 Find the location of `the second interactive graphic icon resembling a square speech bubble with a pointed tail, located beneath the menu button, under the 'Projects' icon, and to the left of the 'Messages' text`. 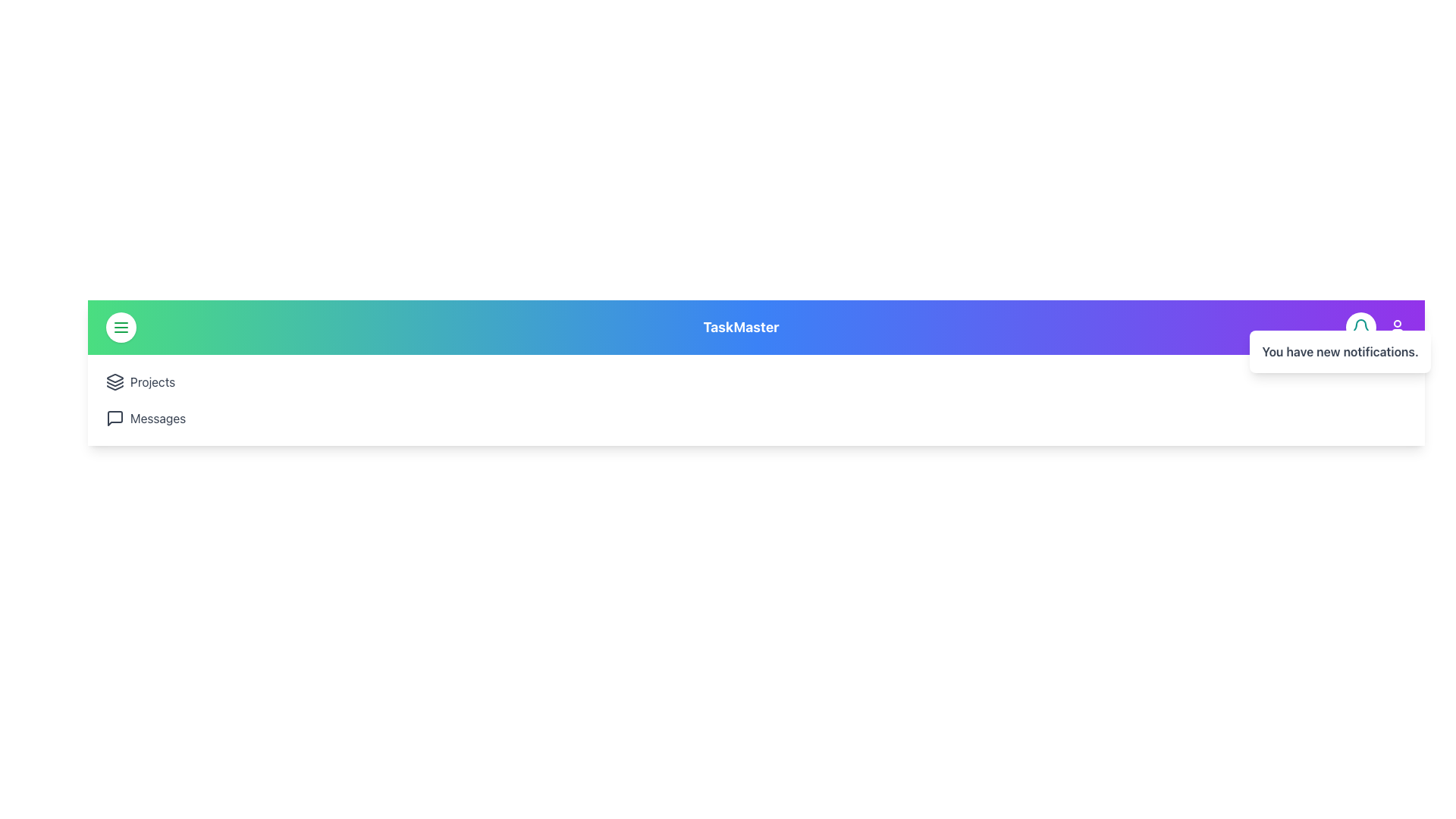

the second interactive graphic icon resembling a square speech bubble with a pointed tail, located beneath the menu button, under the 'Projects' icon, and to the left of the 'Messages' text is located at coordinates (115, 418).